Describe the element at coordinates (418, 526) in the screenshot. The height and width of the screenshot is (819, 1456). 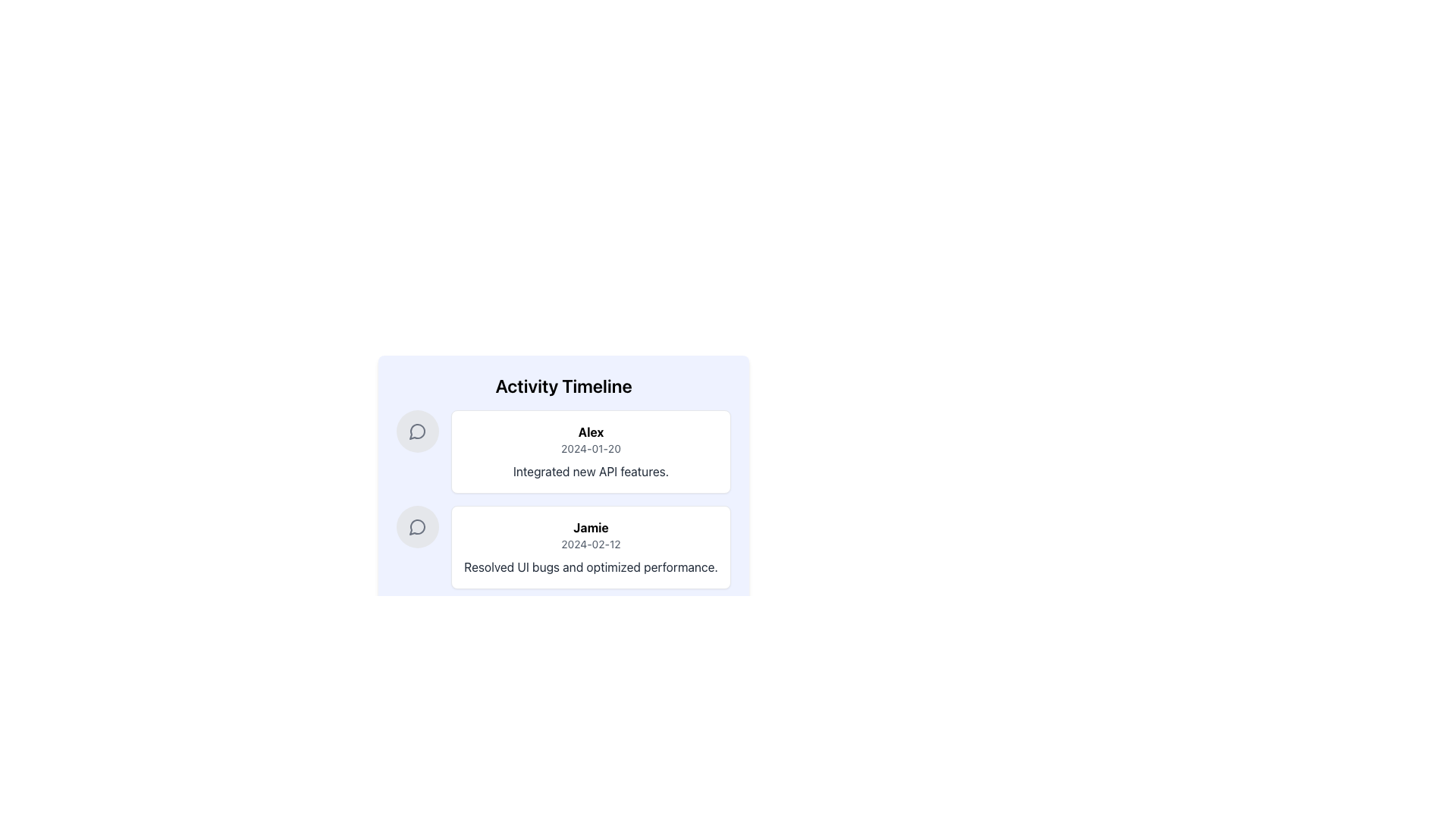
I see `the circular speech bubble icon with a gray background and a white interior, associated with the list entry labeled 'Jamie'` at that location.